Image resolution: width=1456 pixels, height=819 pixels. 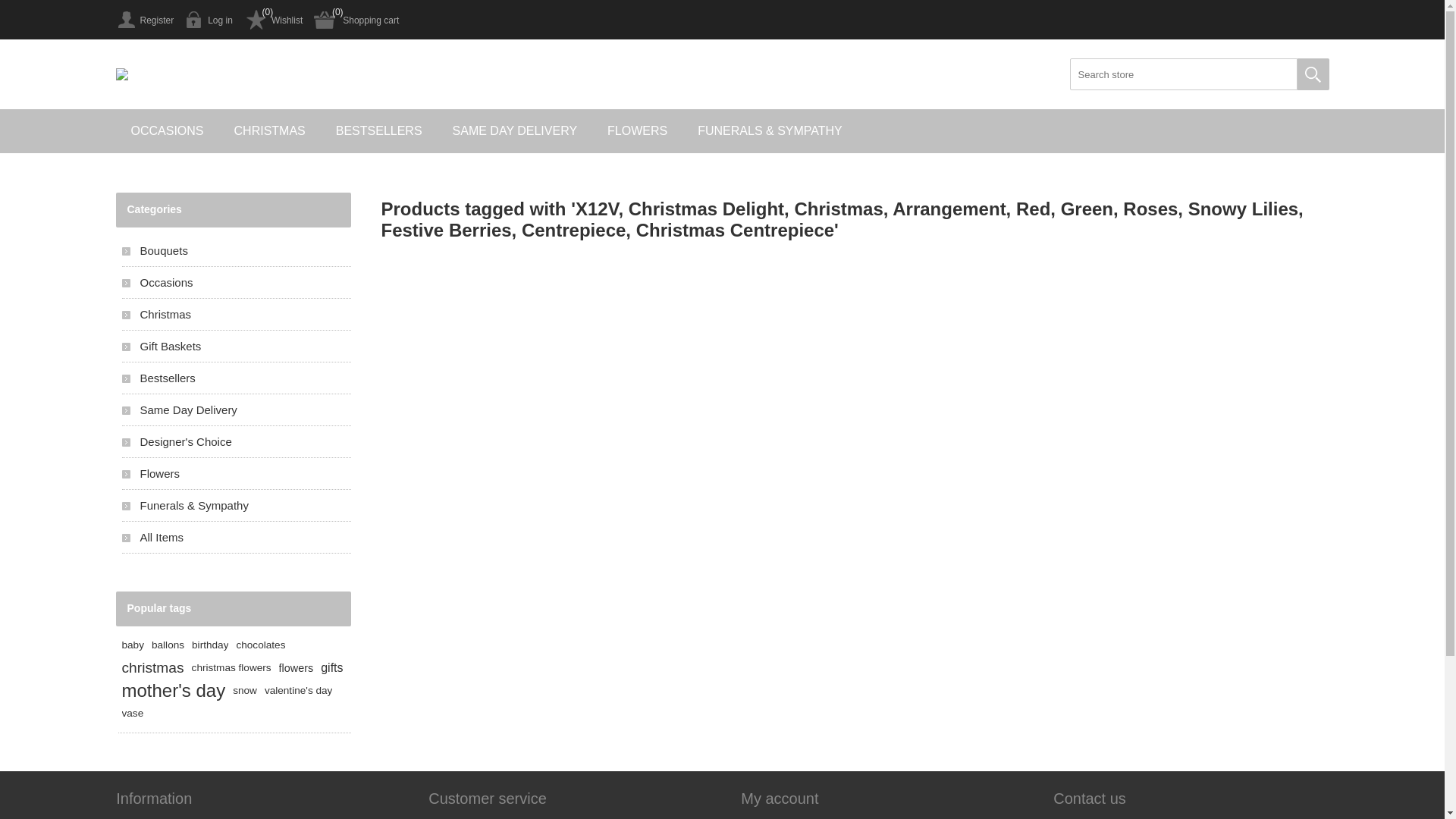 I want to click on 'vase', so click(x=120, y=714).